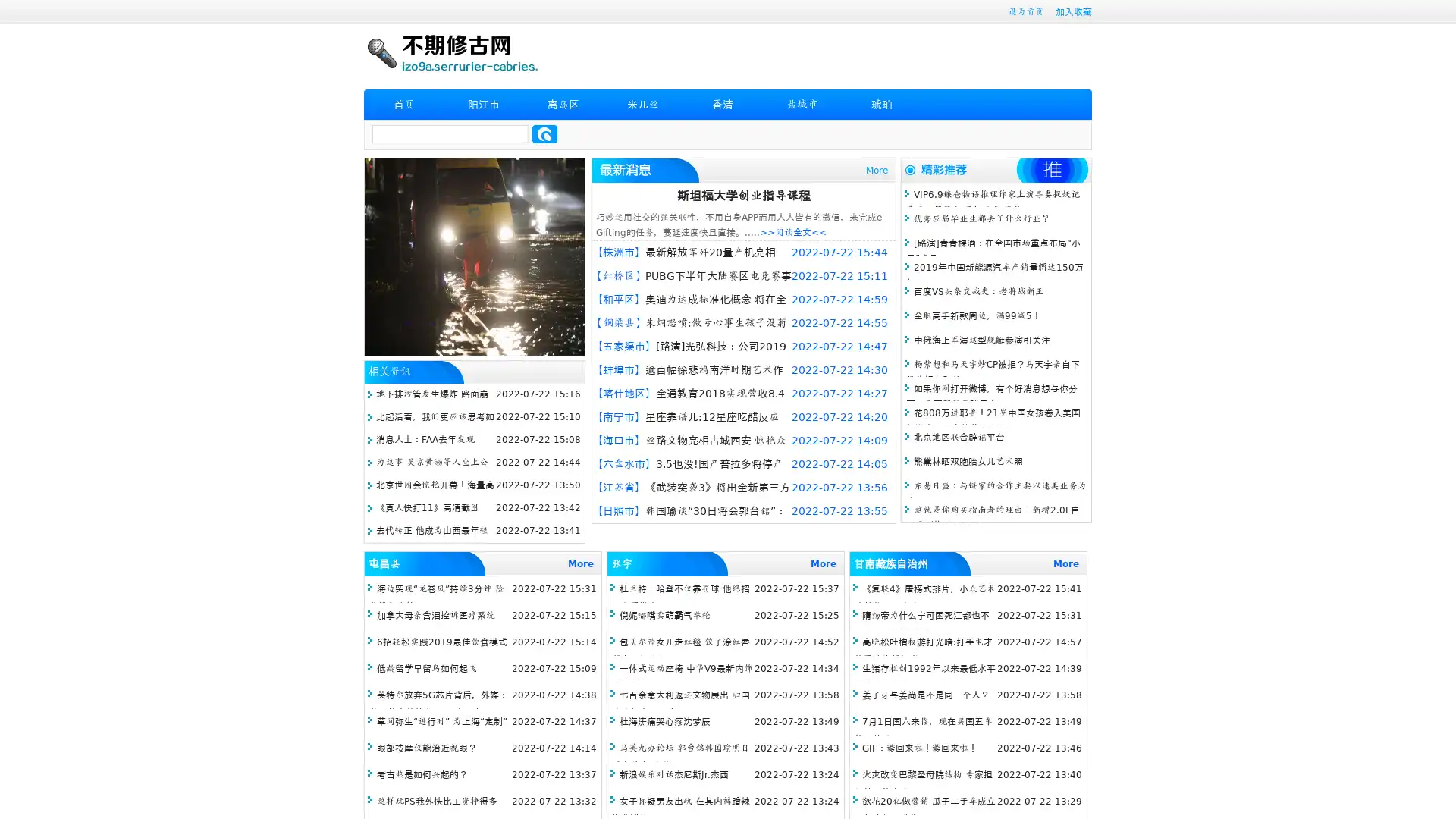 The width and height of the screenshot is (1456, 819). Describe the element at coordinates (544, 133) in the screenshot. I see `Search` at that location.